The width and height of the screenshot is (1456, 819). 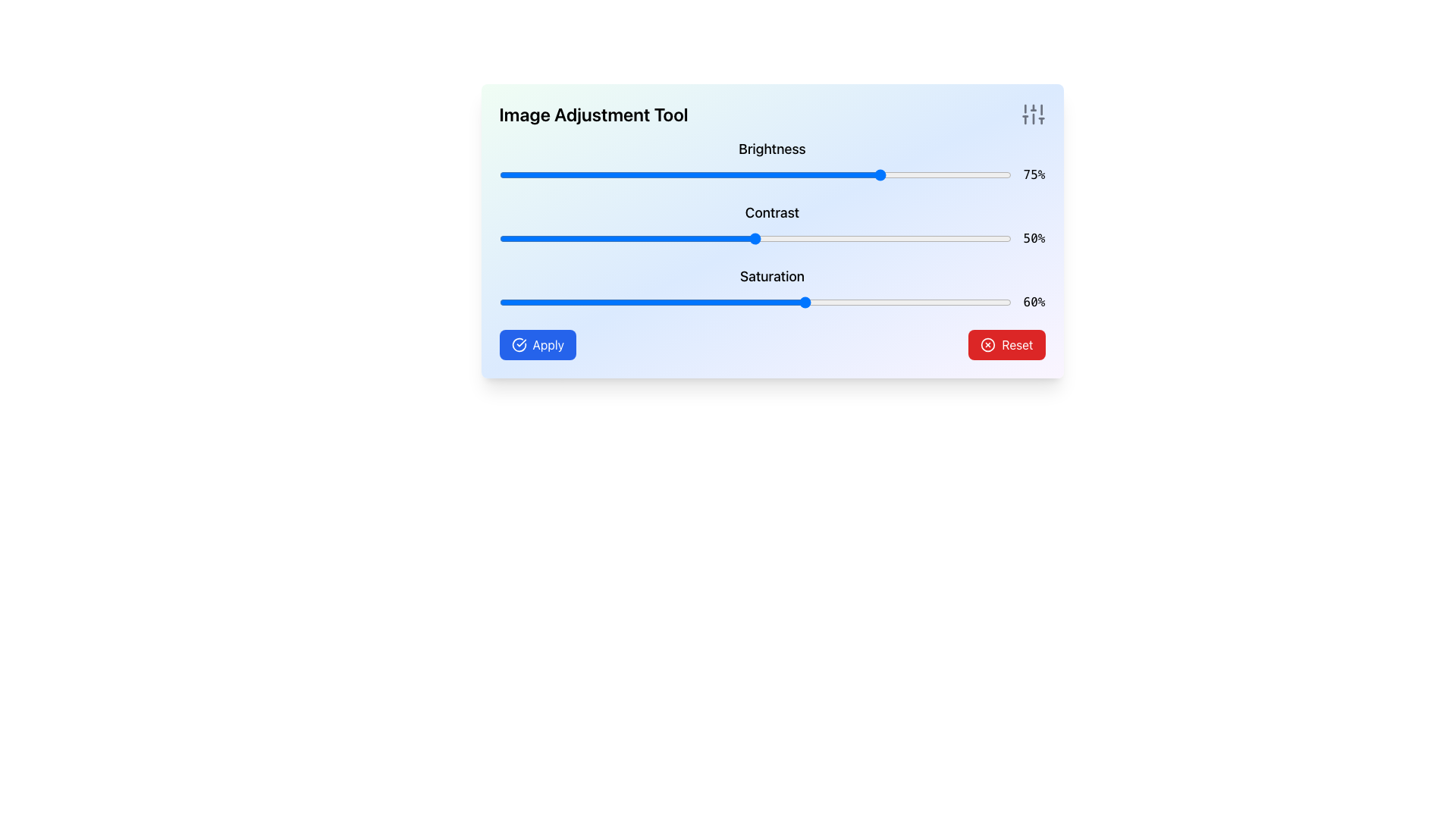 What do you see at coordinates (677, 302) in the screenshot?
I see `the saturation` at bounding box center [677, 302].